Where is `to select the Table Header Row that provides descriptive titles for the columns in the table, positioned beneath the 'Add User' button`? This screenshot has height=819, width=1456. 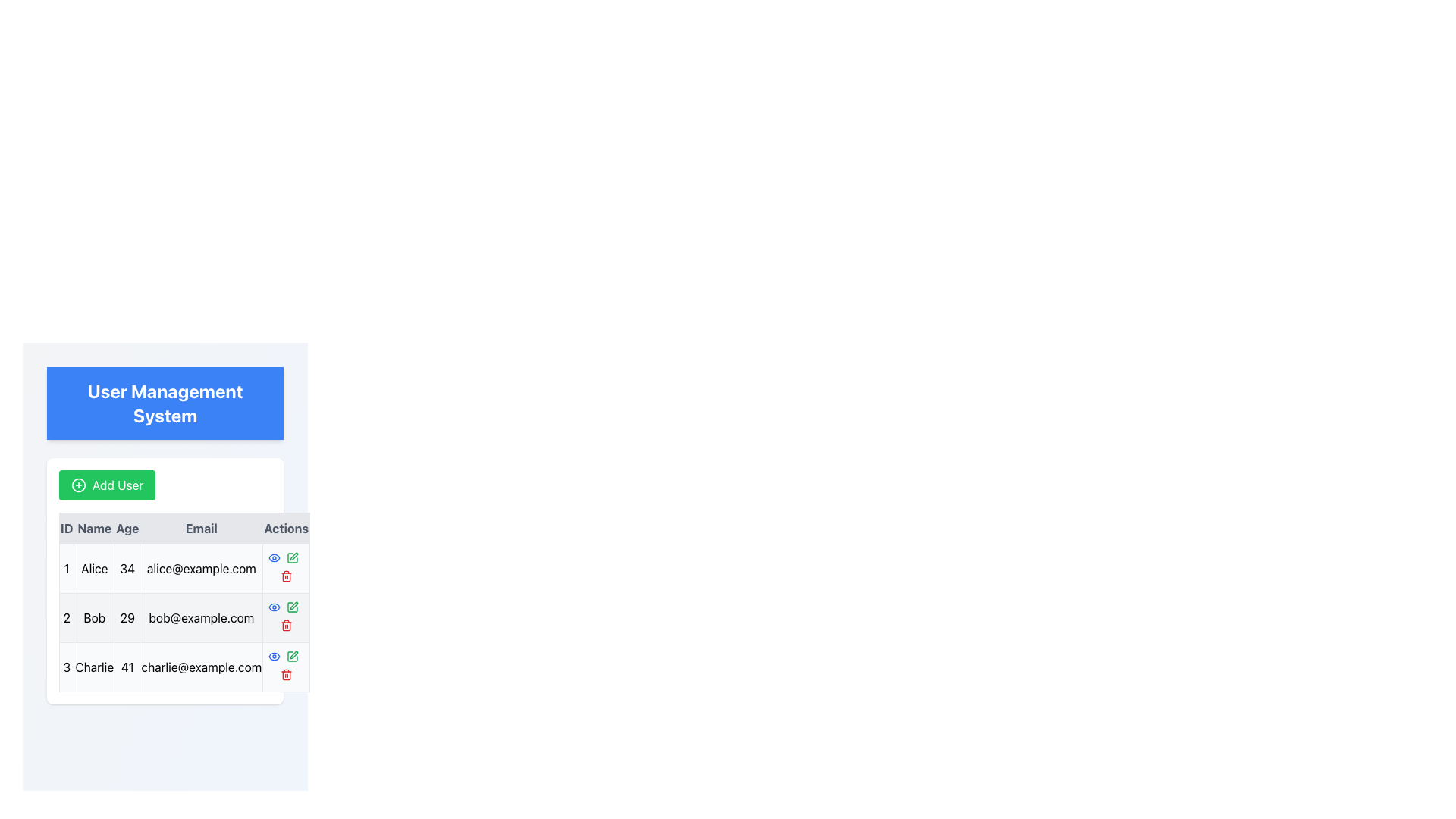
to select the Table Header Row that provides descriptive titles for the columns in the table, positioned beneath the 'Add User' button is located at coordinates (184, 528).